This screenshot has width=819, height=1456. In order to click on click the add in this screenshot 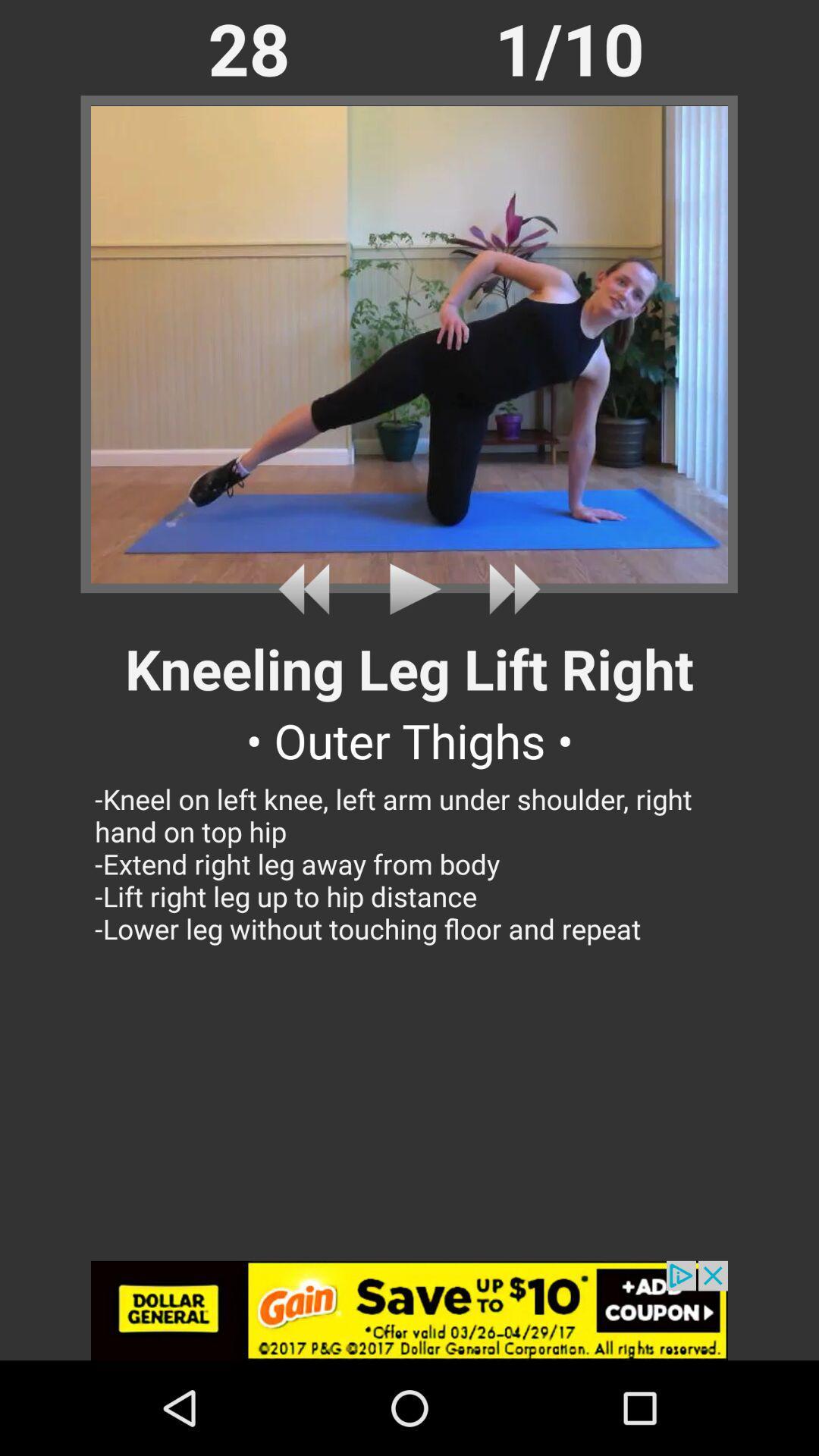, I will do `click(409, 1310)`.